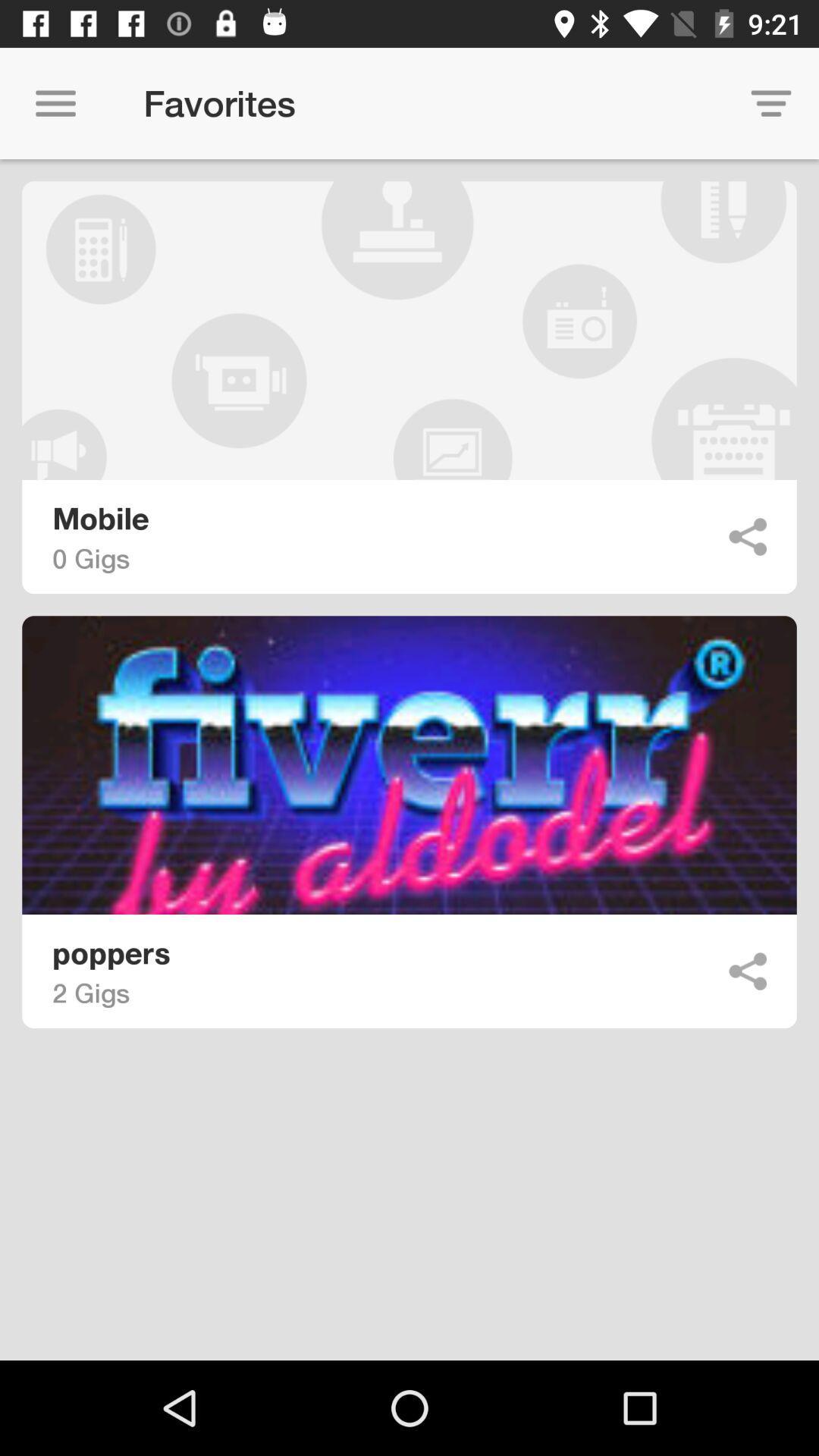  I want to click on share the article, so click(747, 537).